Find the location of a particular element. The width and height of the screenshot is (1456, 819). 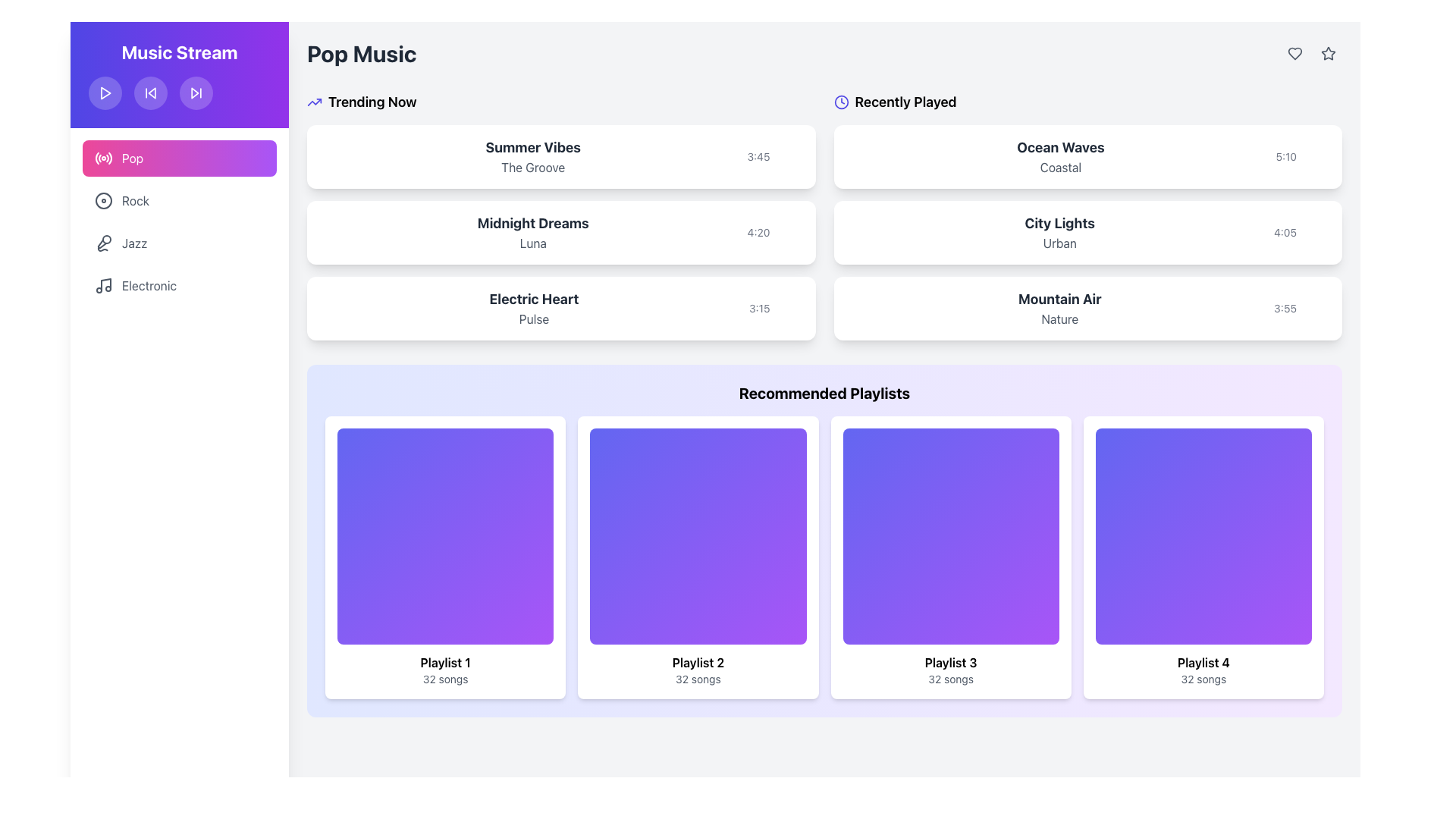

the circular button with a deep indigo background and a white play icon, located next to the '4:20' timestamp in the 'Recently Played' section for keyboard interaction is located at coordinates (790, 233).